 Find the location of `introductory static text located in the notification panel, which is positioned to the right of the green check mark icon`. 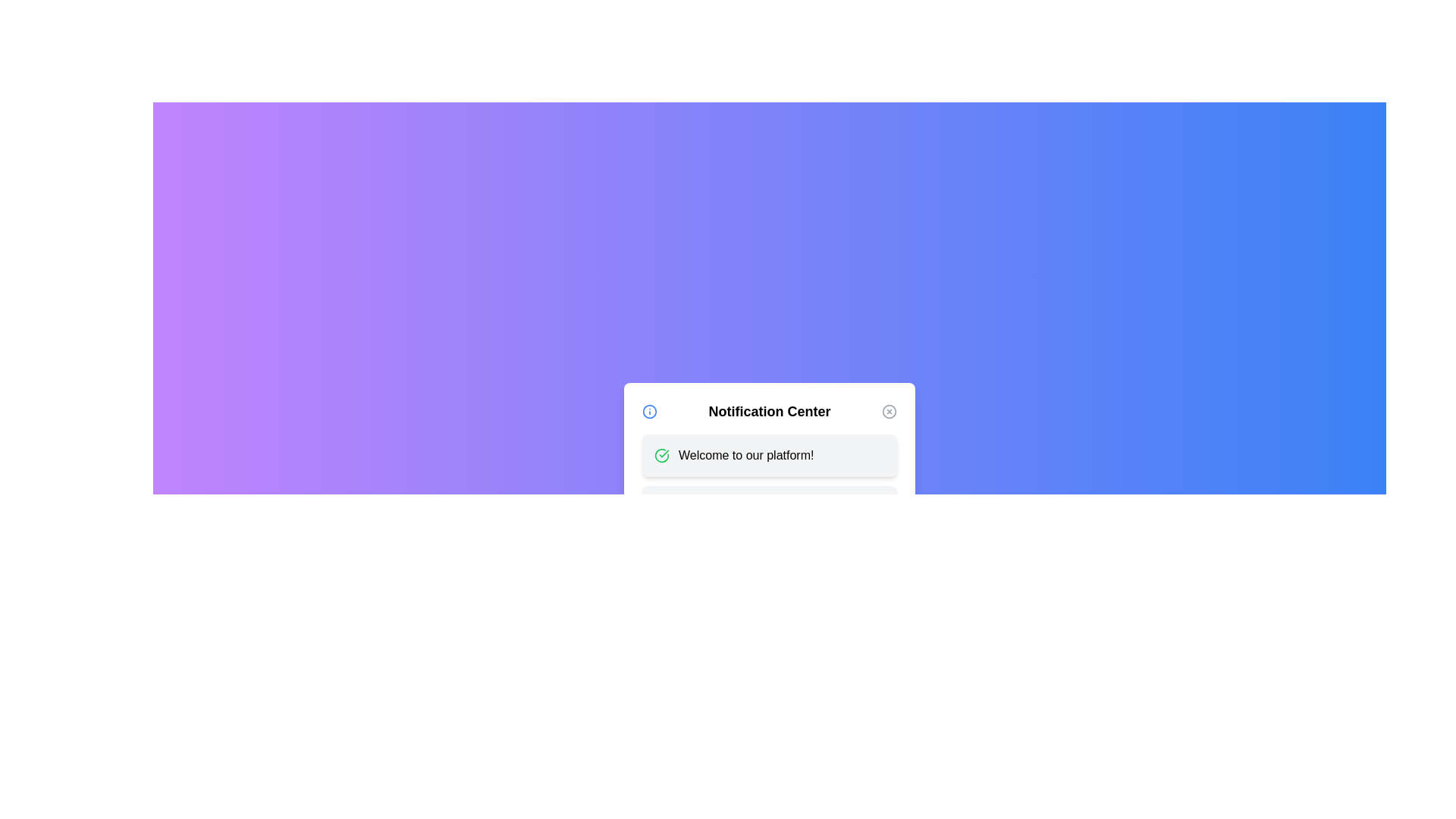

introductory static text located in the notification panel, which is positioned to the right of the green check mark icon is located at coordinates (746, 455).